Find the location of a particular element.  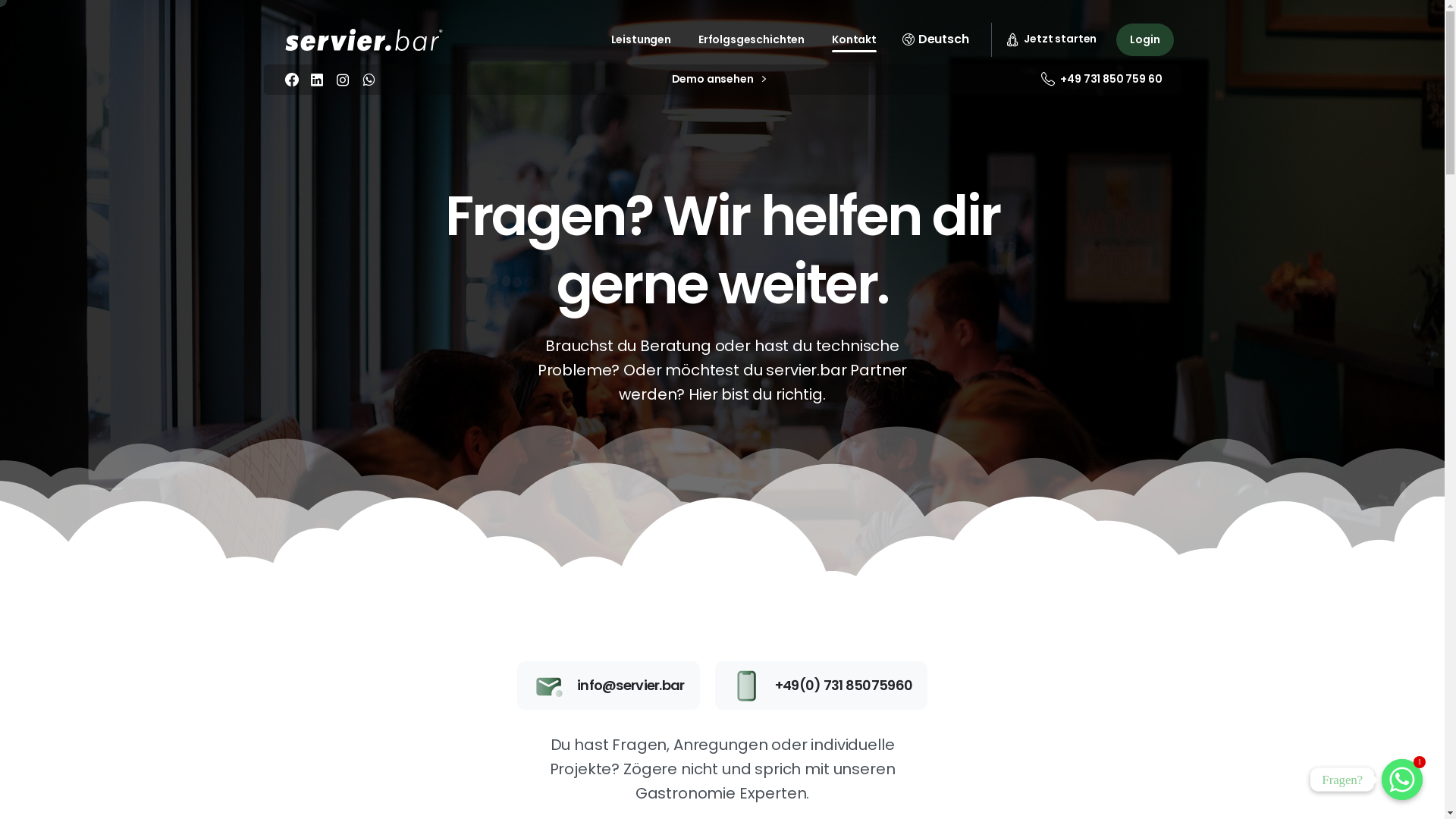

'Kontakt' is located at coordinates (854, 39).